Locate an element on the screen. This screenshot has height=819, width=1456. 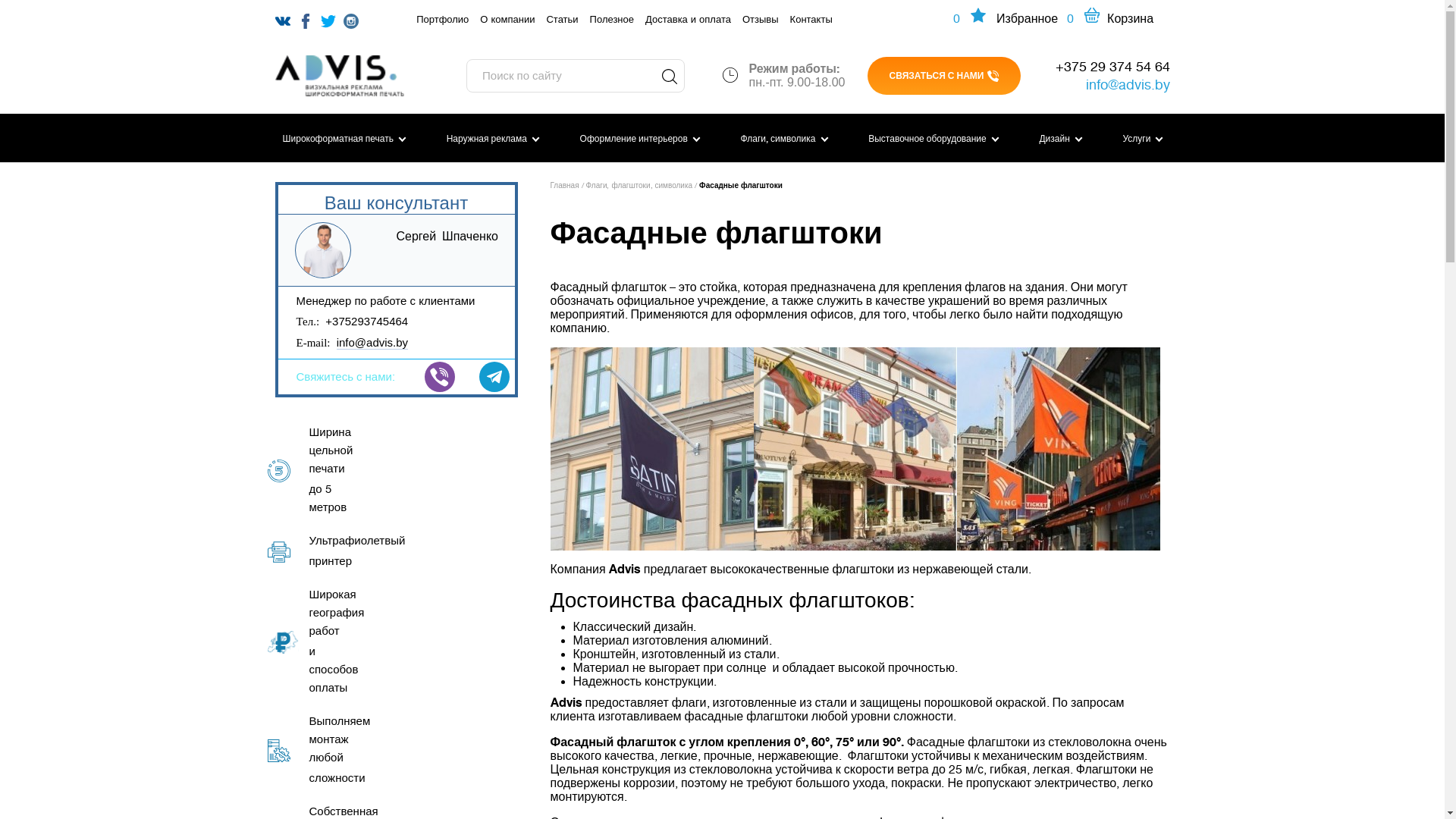
'info@advis.by' is located at coordinates (1105, 84).